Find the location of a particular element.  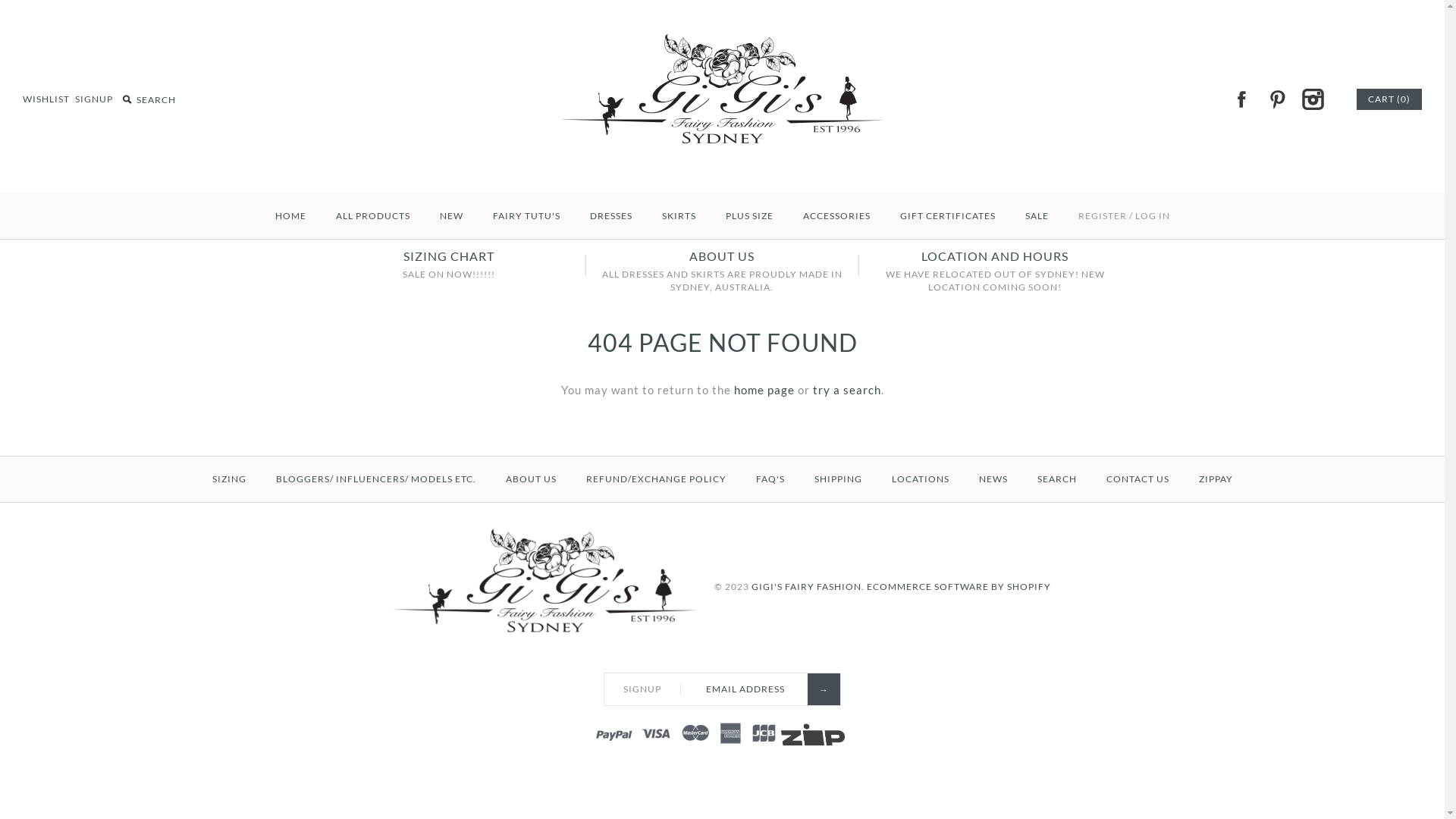

'SHIPPING' is located at coordinates (837, 479).